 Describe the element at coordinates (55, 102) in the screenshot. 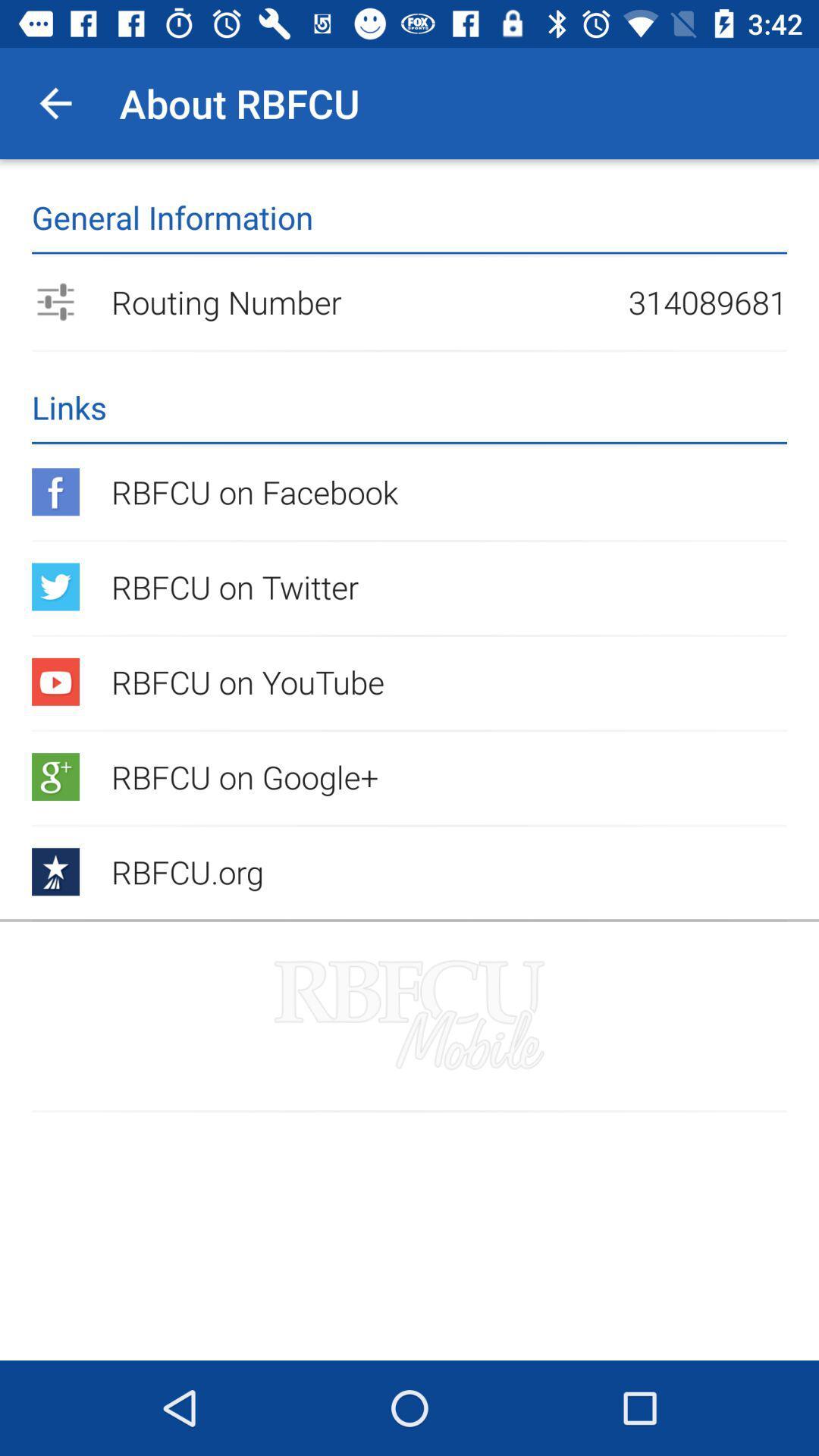

I see `the icon above the general information item` at that location.